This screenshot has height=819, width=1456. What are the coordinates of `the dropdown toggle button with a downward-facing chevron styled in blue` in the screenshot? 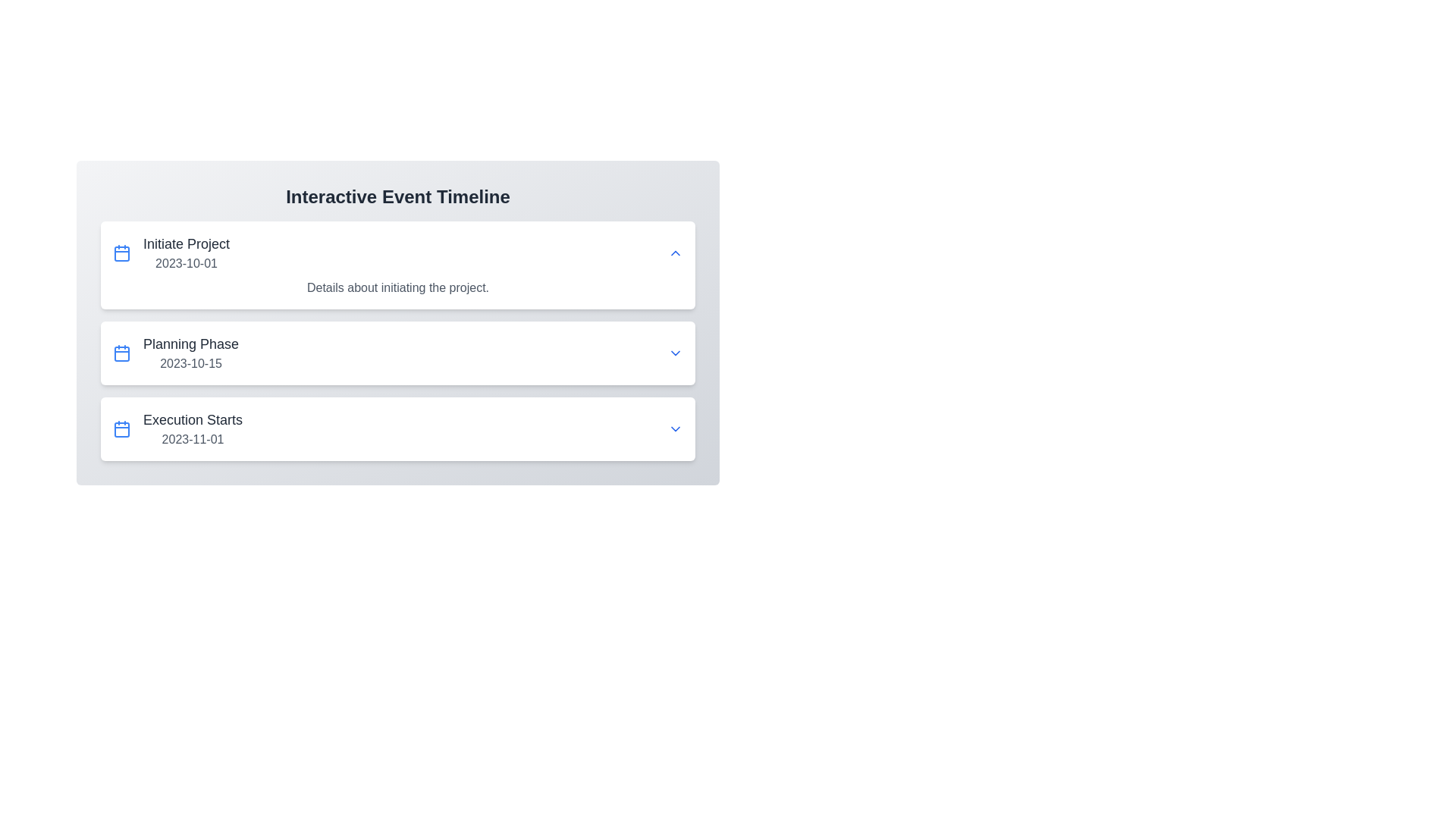 It's located at (675, 353).